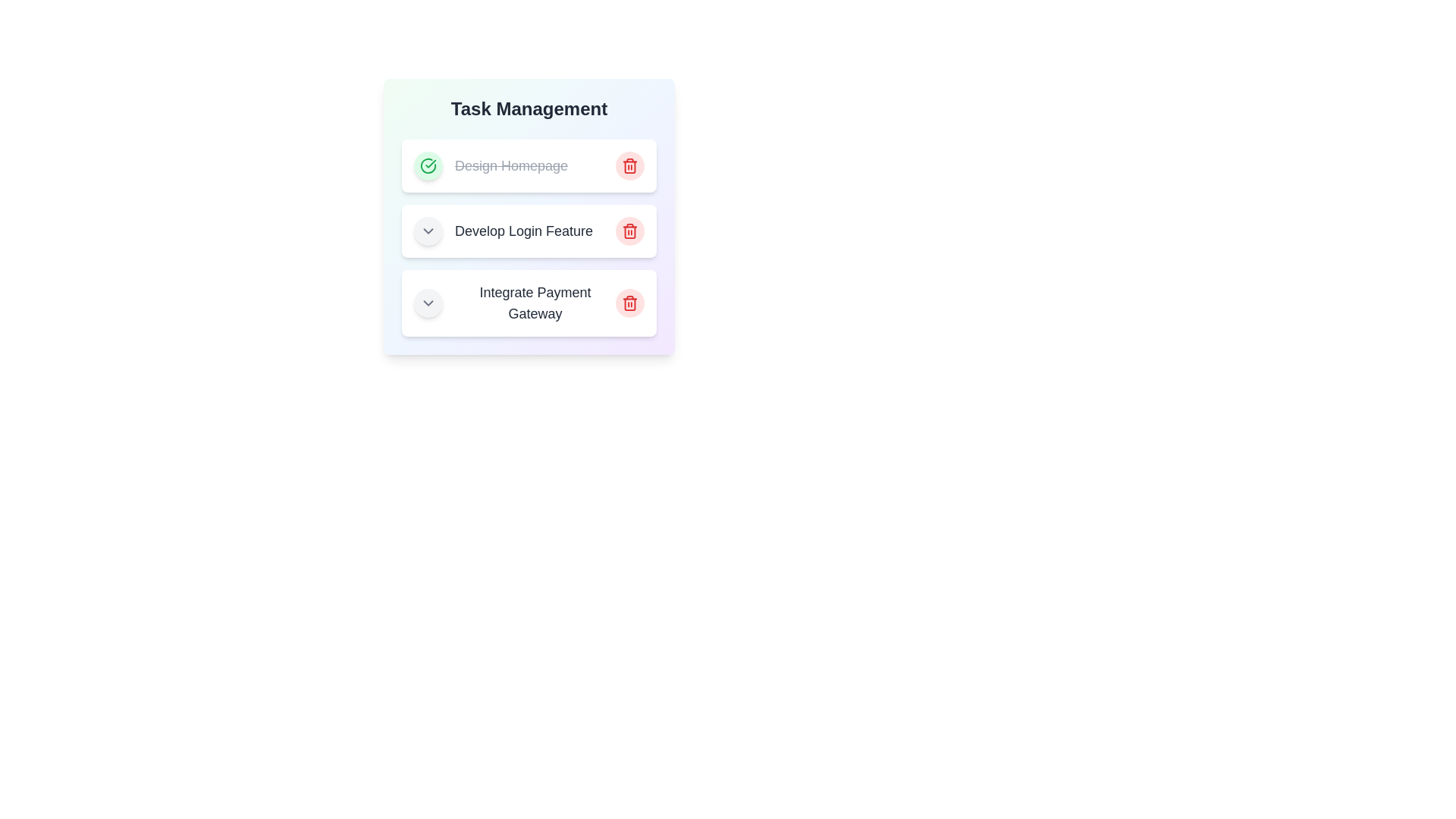 This screenshot has height=819, width=1456. What do you see at coordinates (629, 303) in the screenshot?
I see `the delete button for the task 'Integrate Payment Gateway'` at bounding box center [629, 303].